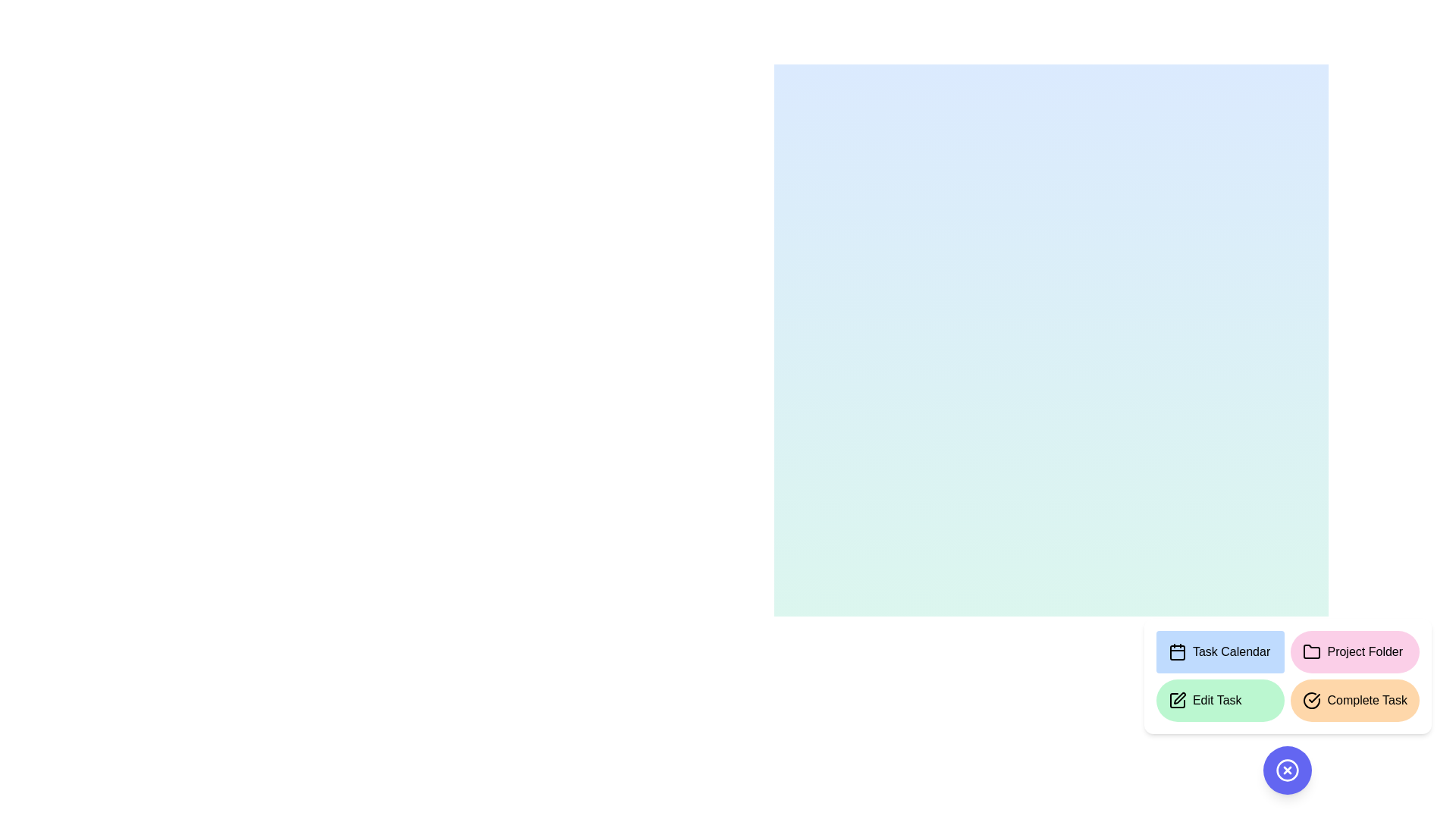 The height and width of the screenshot is (819, 1456). I want to click on the pencil icon on the 'Edit Task' button with a green background, so click(1176, 701).